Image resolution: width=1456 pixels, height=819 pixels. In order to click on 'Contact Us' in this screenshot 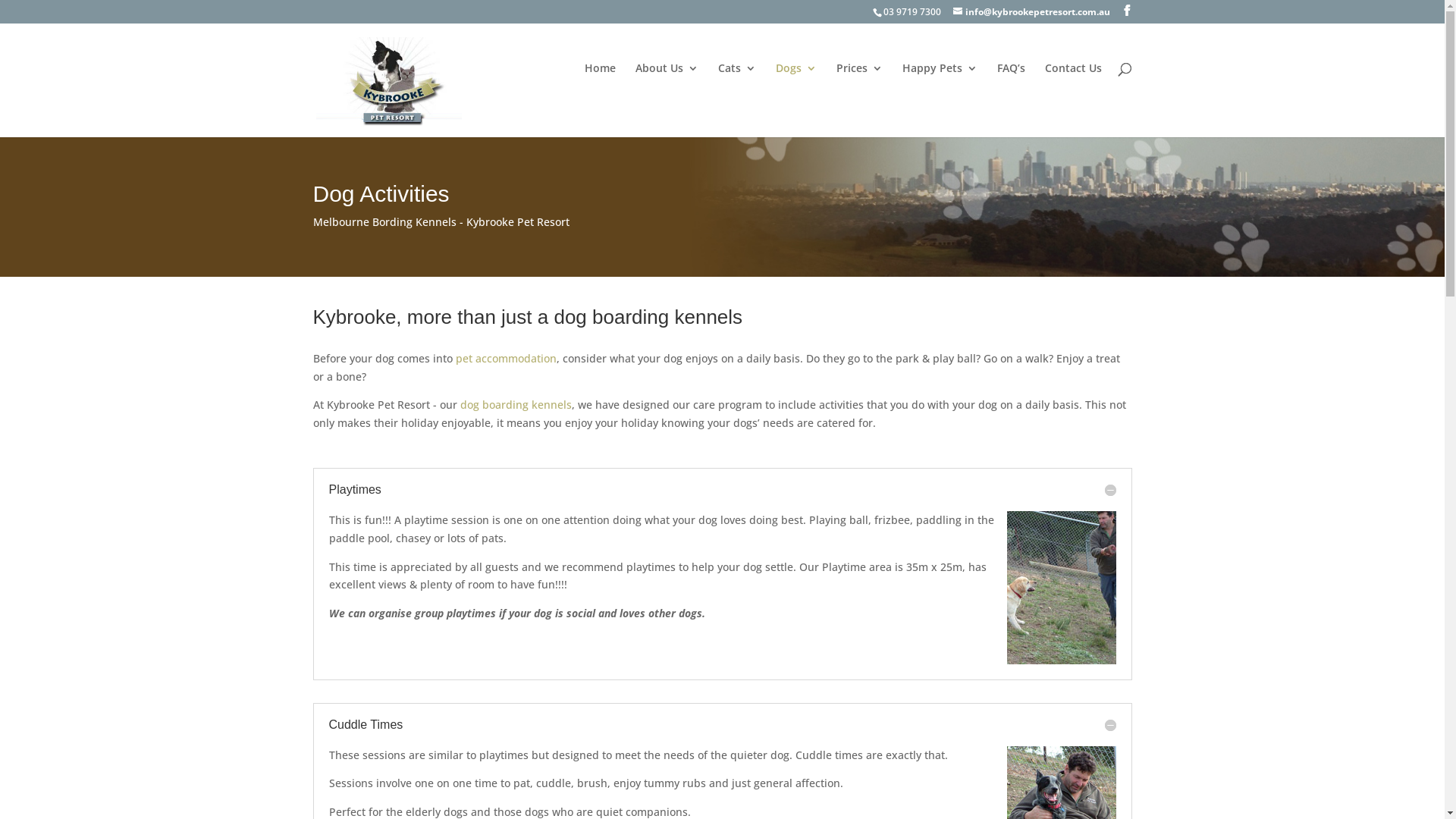, I will do `click(1072, 87)`.